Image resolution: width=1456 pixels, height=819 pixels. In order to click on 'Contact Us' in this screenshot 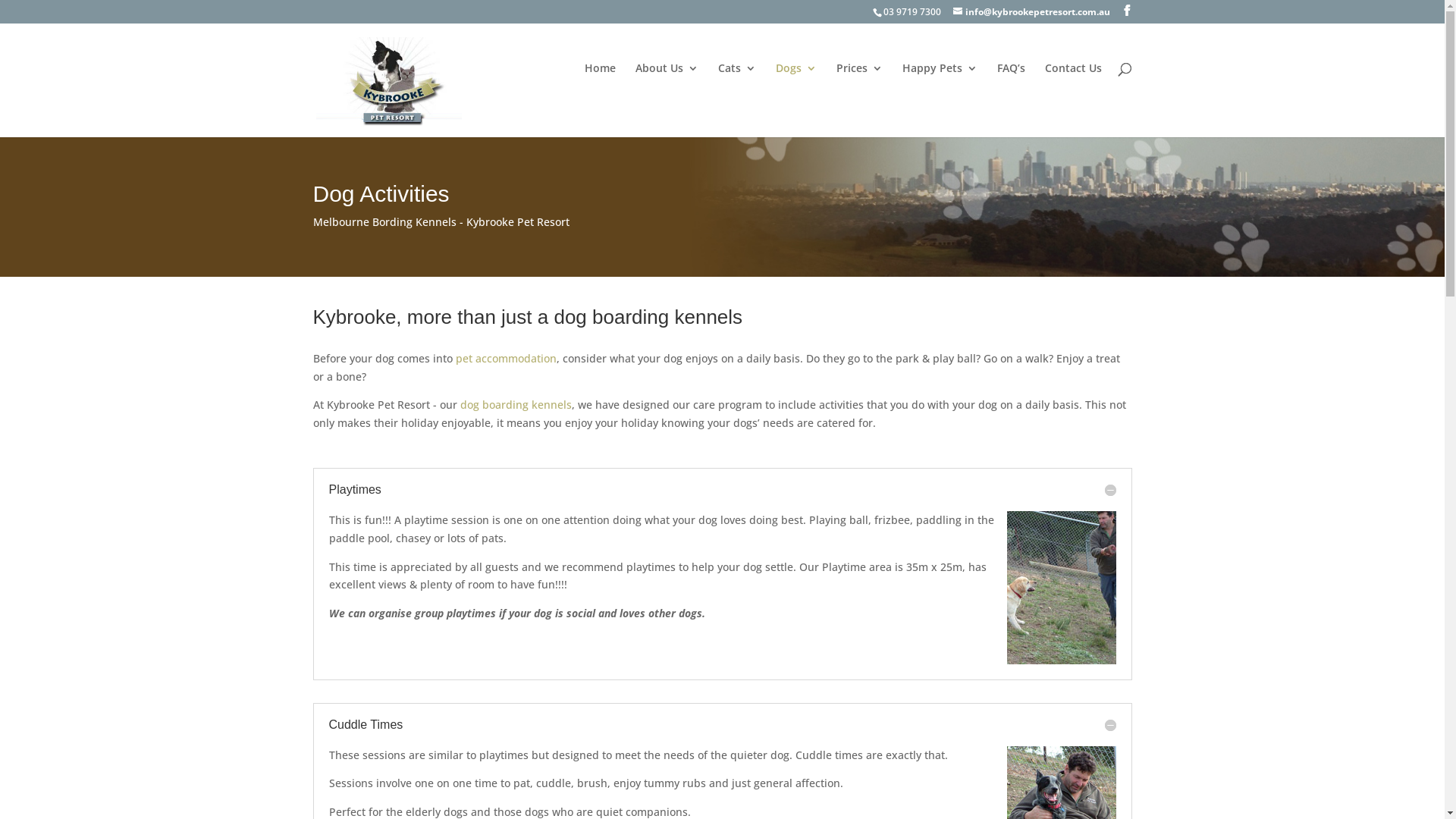, I will do `click(1072, 87)`.